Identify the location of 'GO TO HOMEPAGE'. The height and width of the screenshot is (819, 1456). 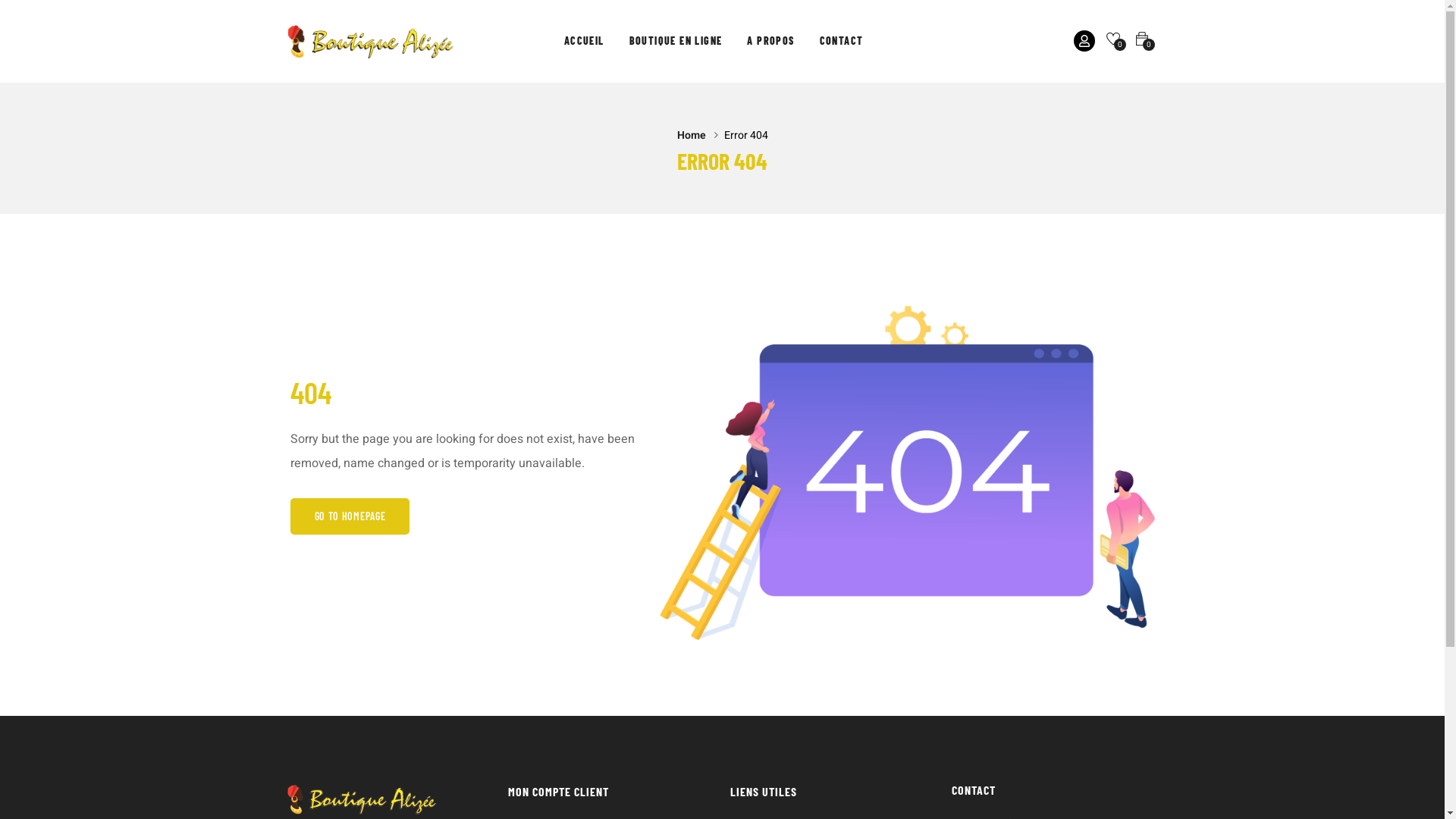
(348, 516).